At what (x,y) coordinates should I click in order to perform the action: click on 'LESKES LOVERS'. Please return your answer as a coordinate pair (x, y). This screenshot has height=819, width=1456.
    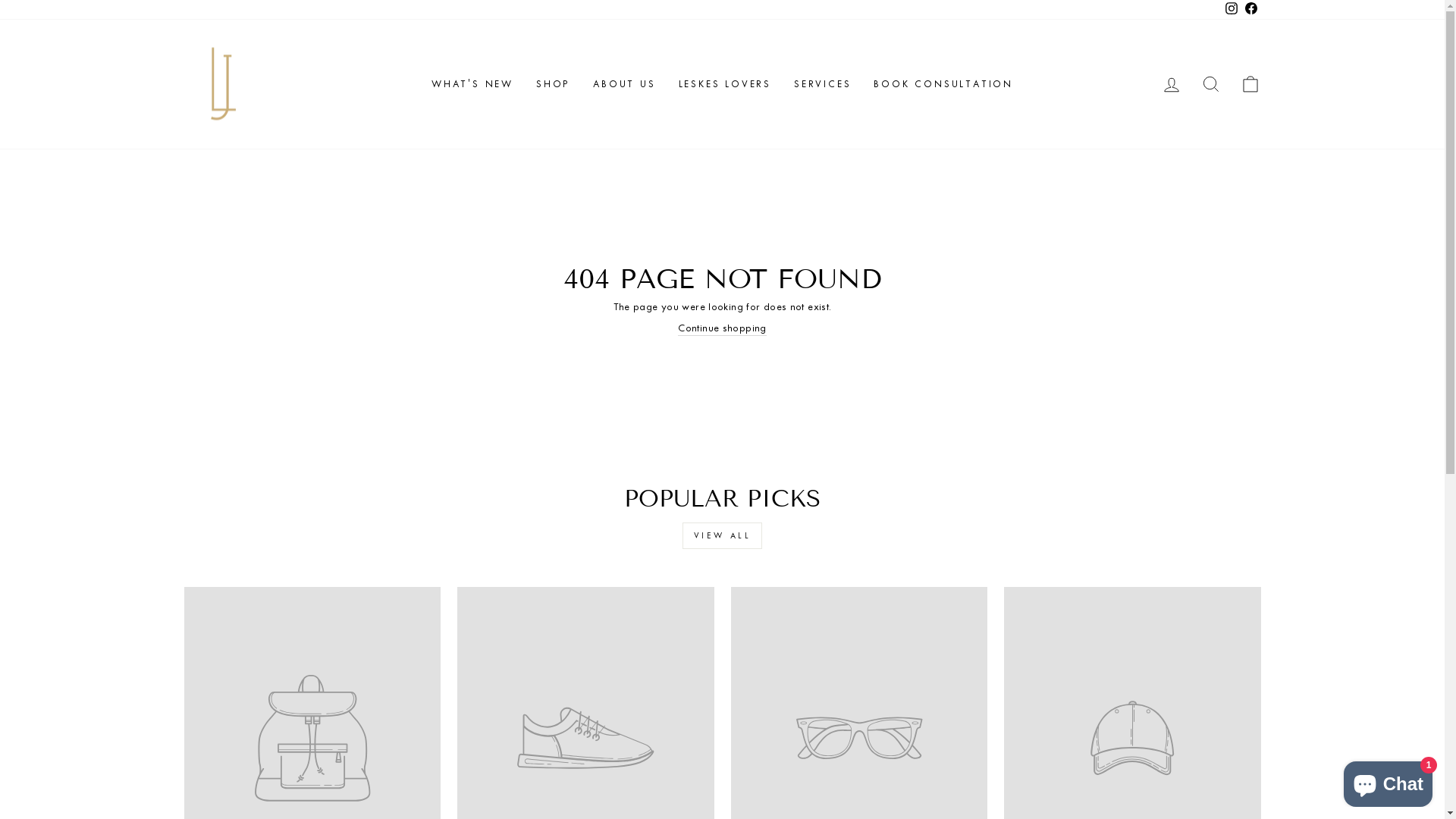
    Looking at the image, I should click on (723, 84).